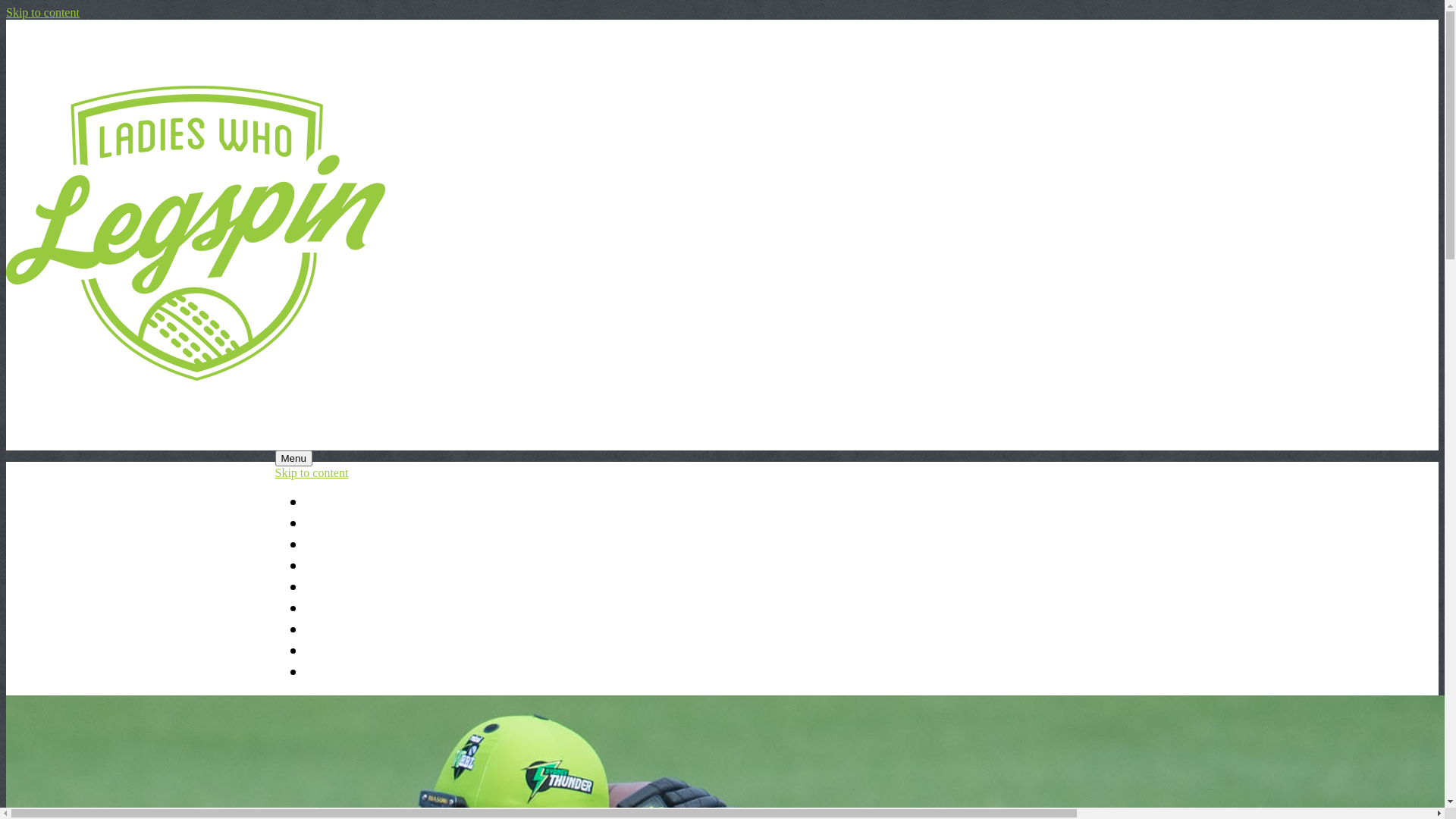 This screenshot has height=819, width=1456. What do you see at coordinates (304, 503) in the screenshot?
I see `'Home'` at bounding box center [304, 503].